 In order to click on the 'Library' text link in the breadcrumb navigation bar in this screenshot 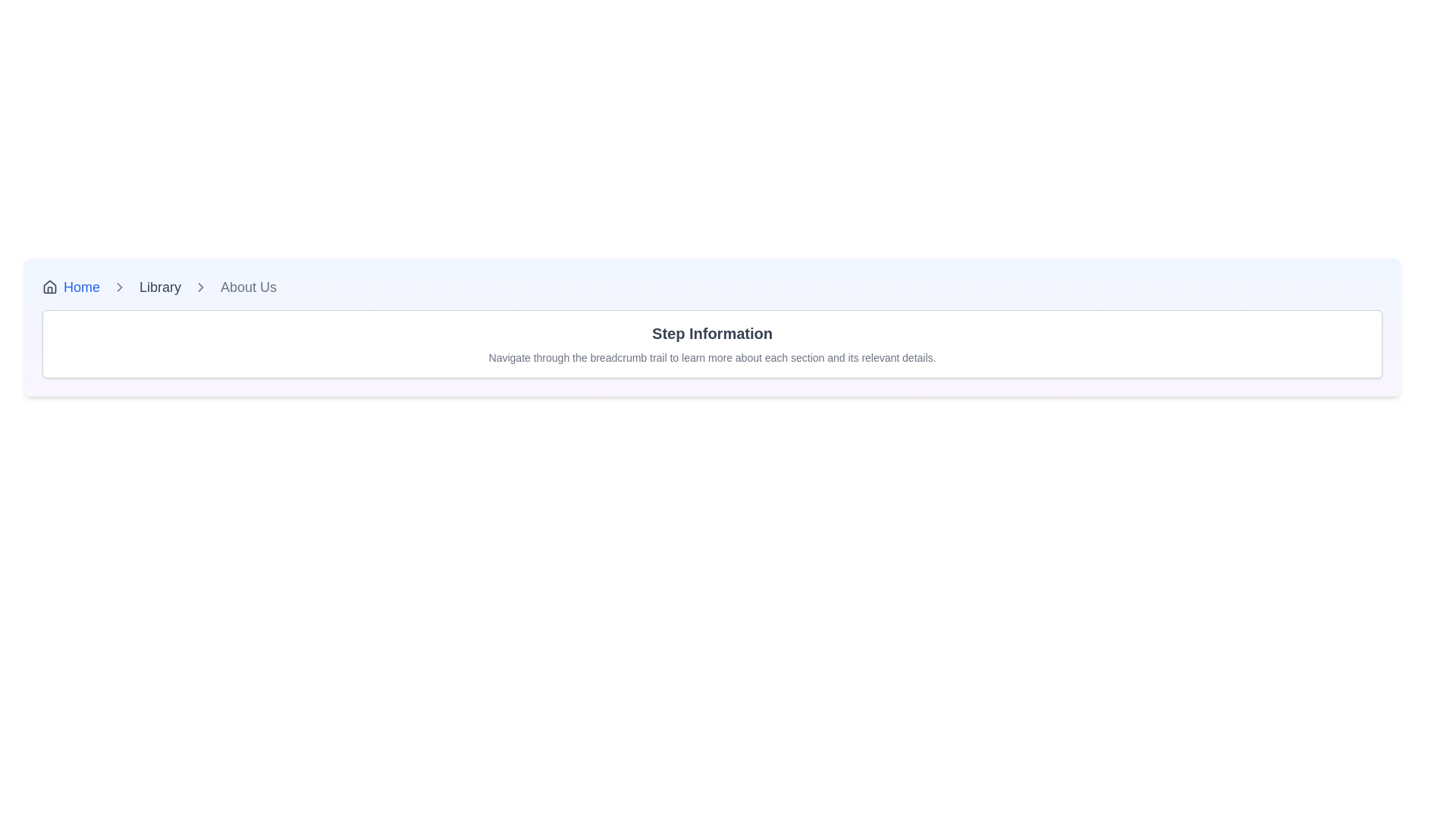, I will do `click(160, 287)`.